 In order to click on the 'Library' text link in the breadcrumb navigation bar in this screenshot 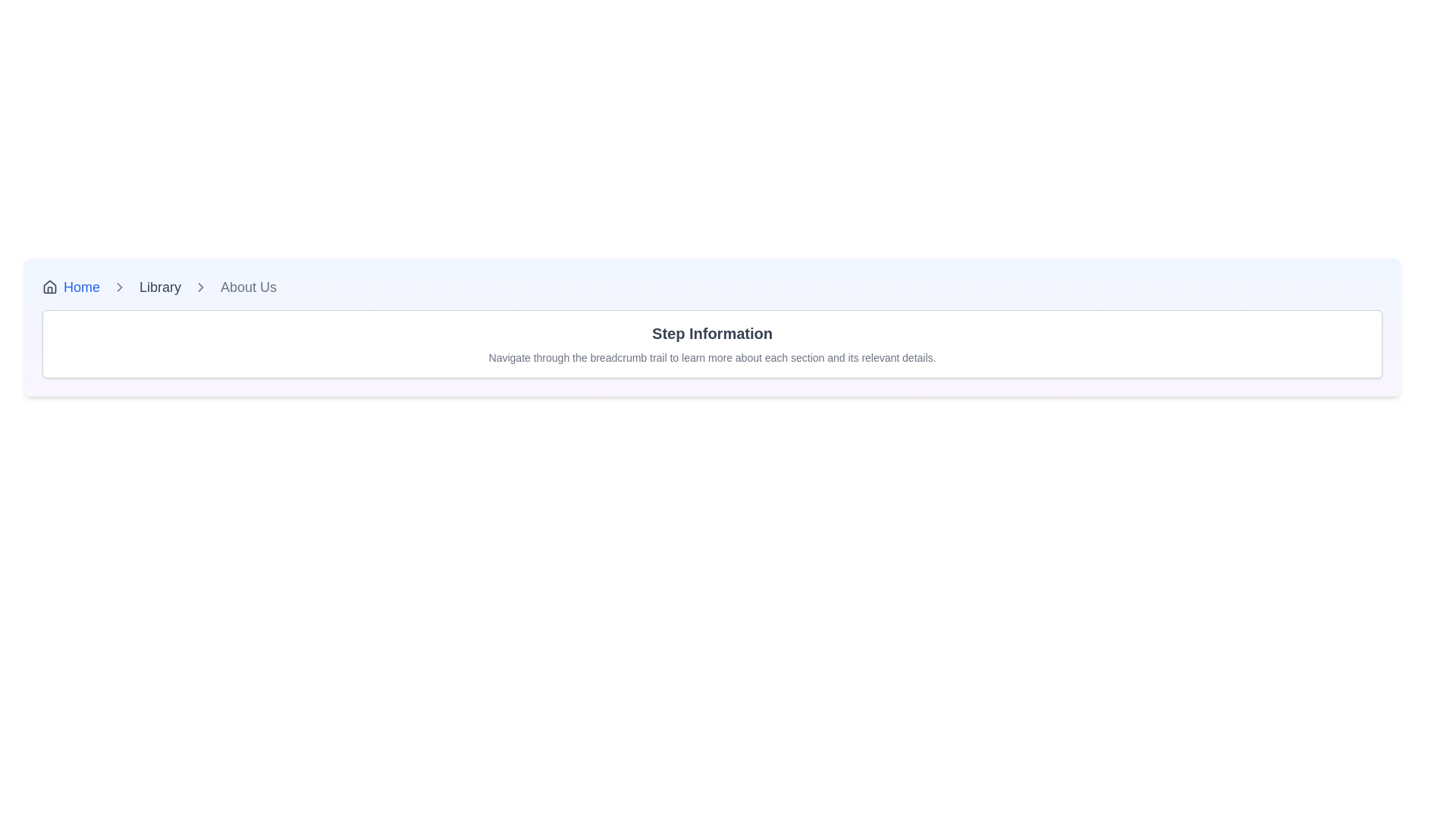, I will do `click(160, 287)`.